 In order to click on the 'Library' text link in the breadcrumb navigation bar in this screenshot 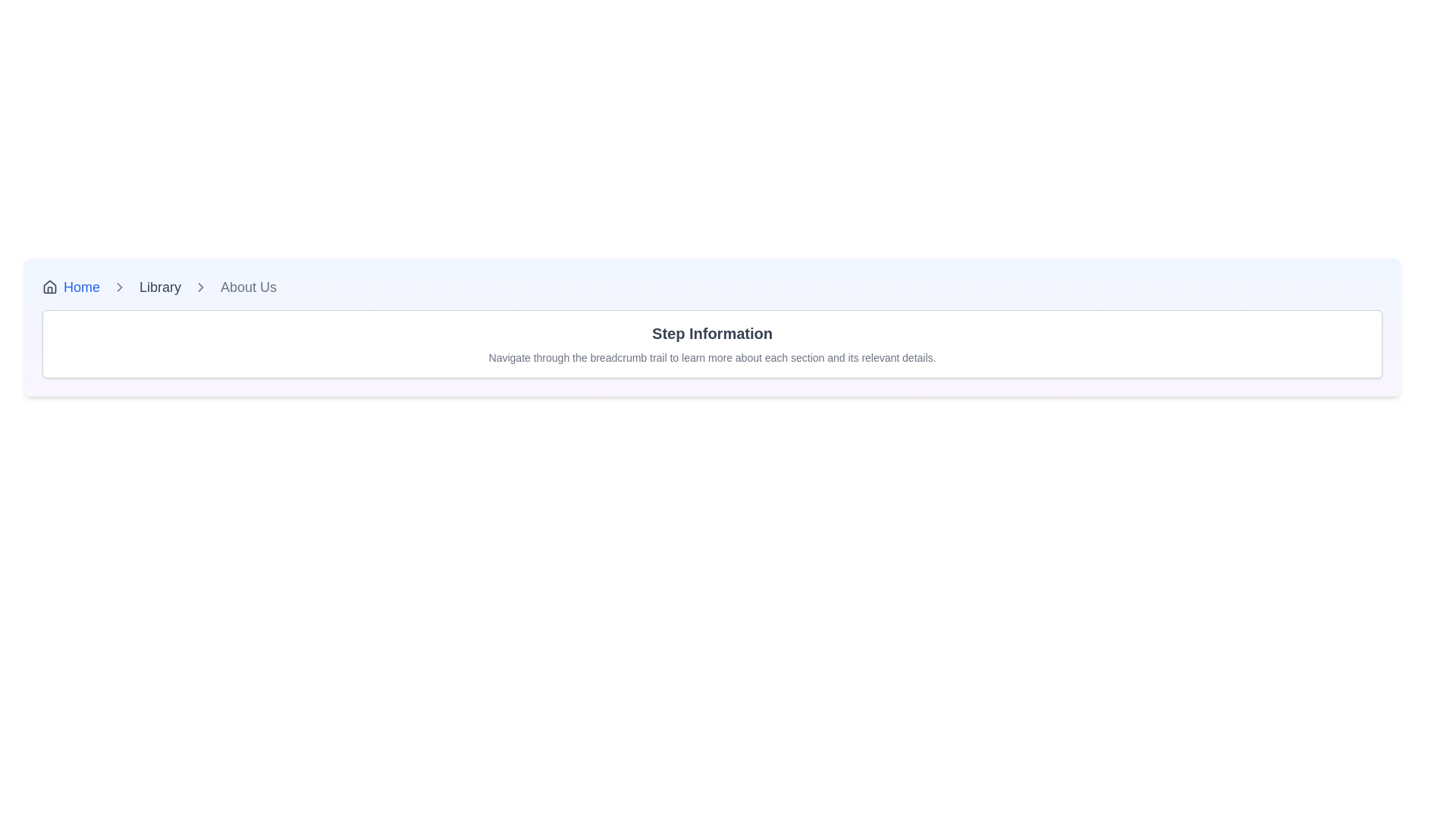, I will do `click(160, 287)`.